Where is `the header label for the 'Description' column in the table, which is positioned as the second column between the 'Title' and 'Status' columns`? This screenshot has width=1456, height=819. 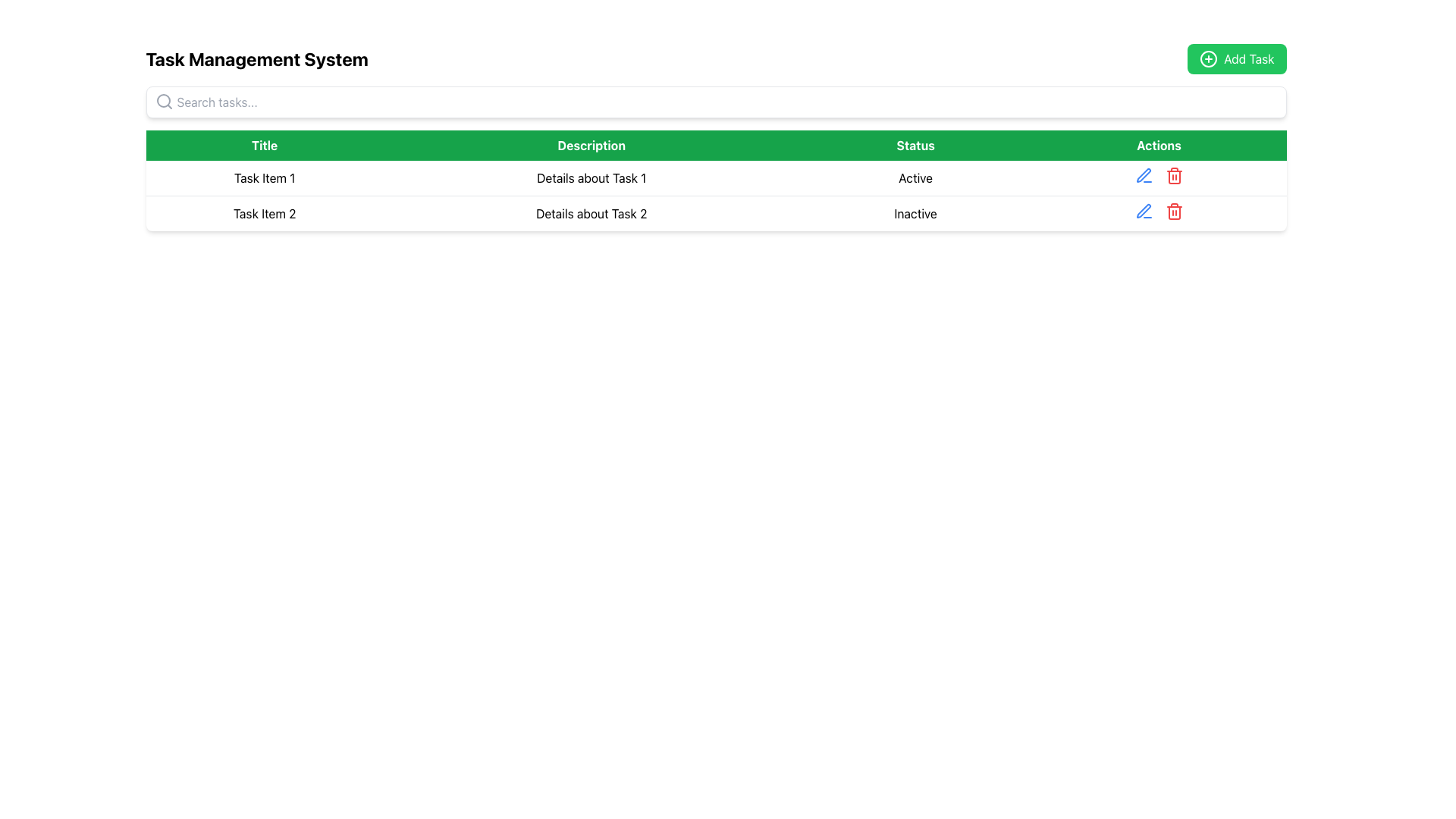 the header label for the 'Description' column in the table, which is positioned as the second column between the 'Title' and 'Status' columns is located at coordinates (591, 146).